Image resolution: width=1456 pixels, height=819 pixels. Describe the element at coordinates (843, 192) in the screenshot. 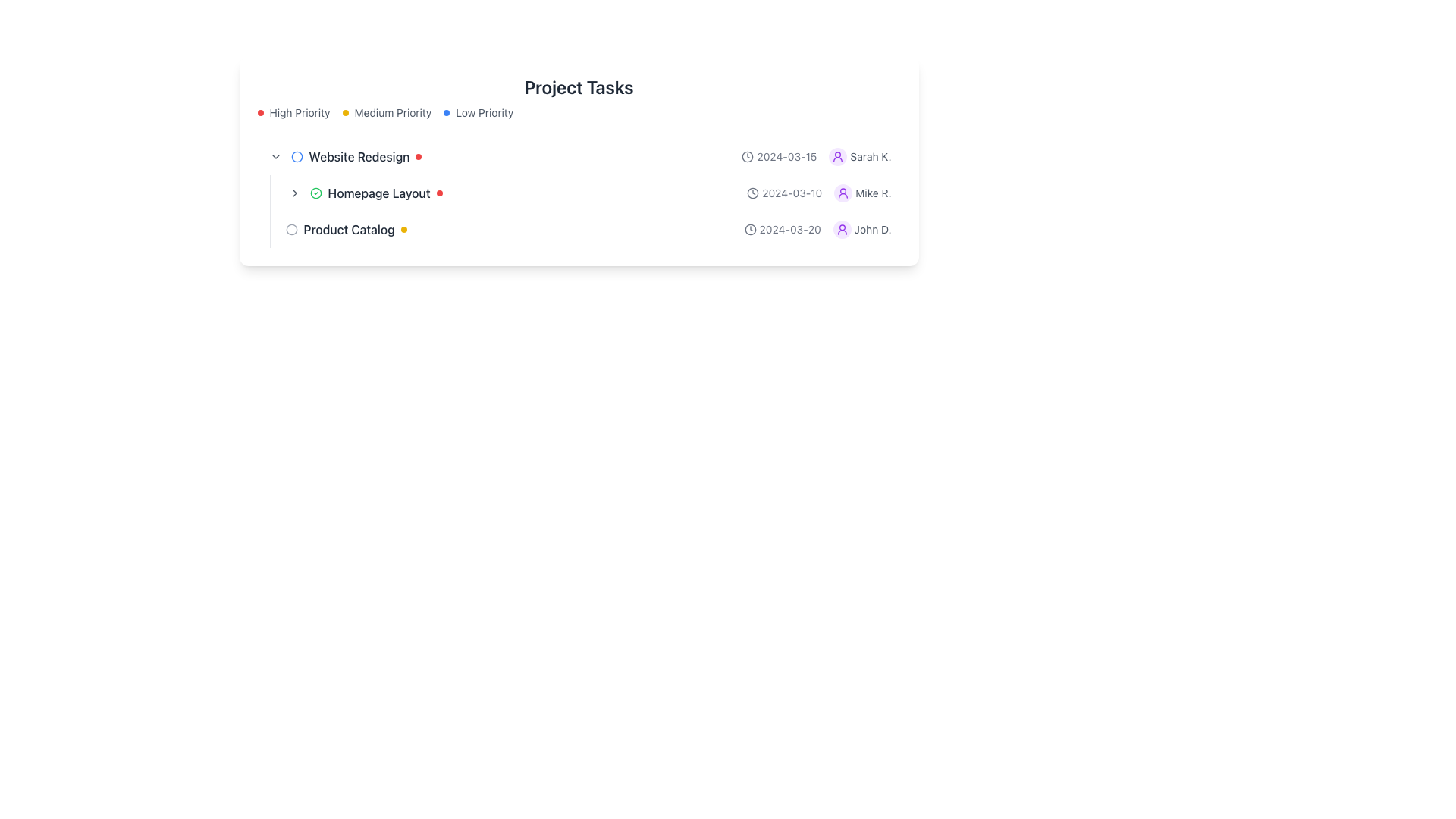

I see `the Decorative icon, which is a circular icon with a light purple background and a user silhouette in the center, located to the left of the text 'Mike R.' in the row corresponding to the date '2024-03-10'` at that location.